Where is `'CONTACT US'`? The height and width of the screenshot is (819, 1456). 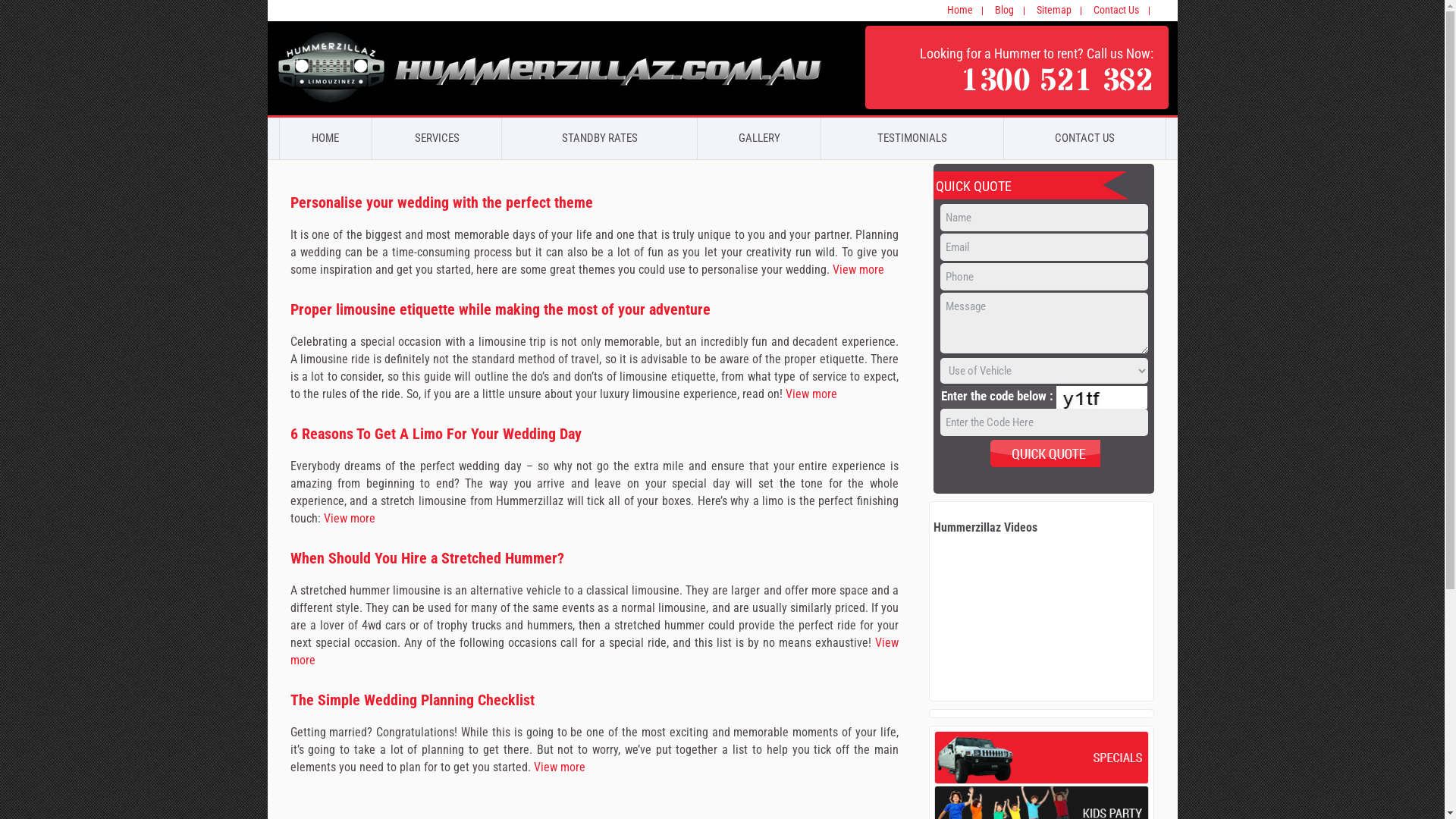
'CONTACT US' is located at coordinates (1084, 138).